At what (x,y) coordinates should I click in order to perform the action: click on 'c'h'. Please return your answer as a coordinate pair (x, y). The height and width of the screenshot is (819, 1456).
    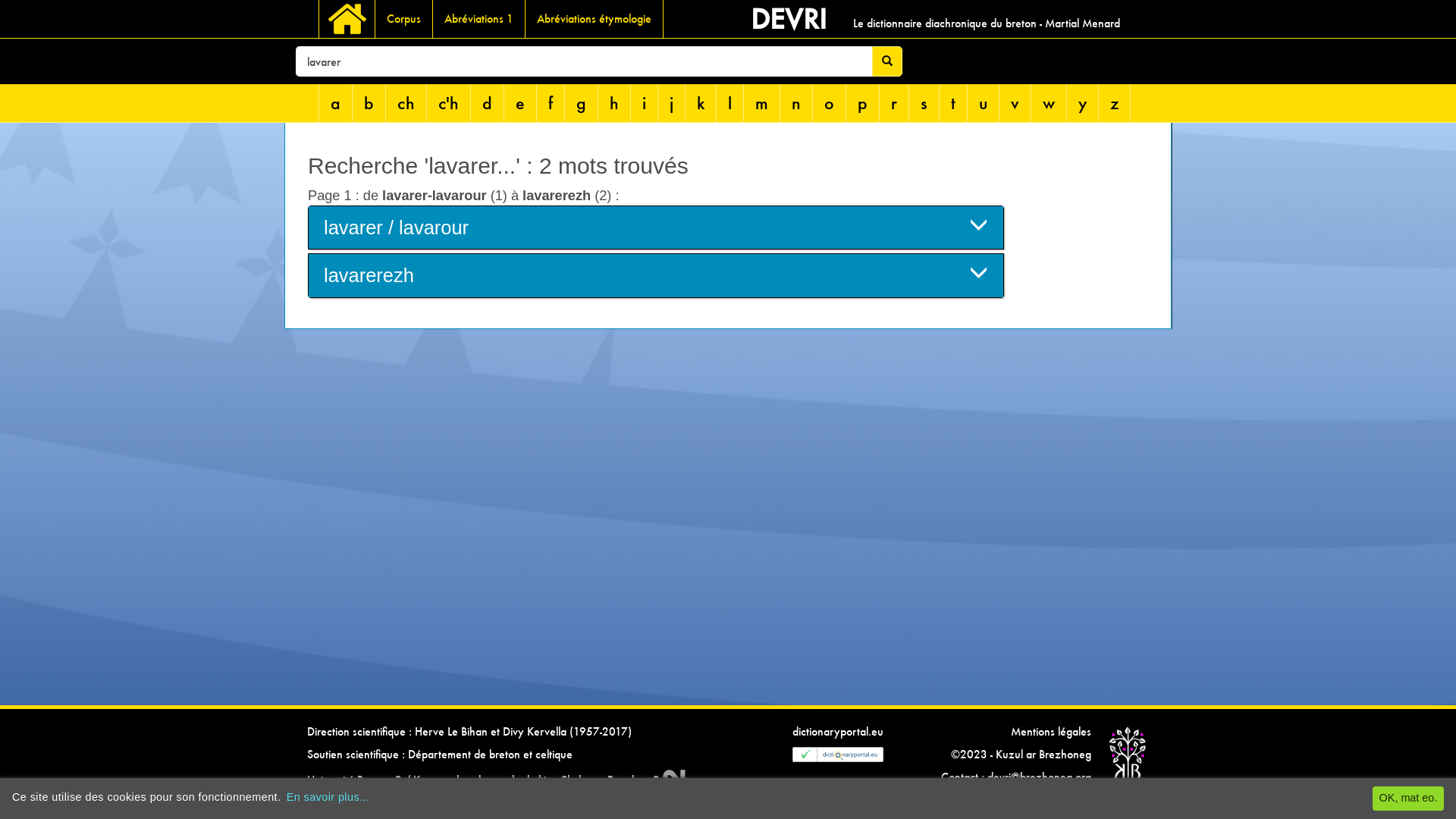
    Looking at the image, I should click on (447, 102).